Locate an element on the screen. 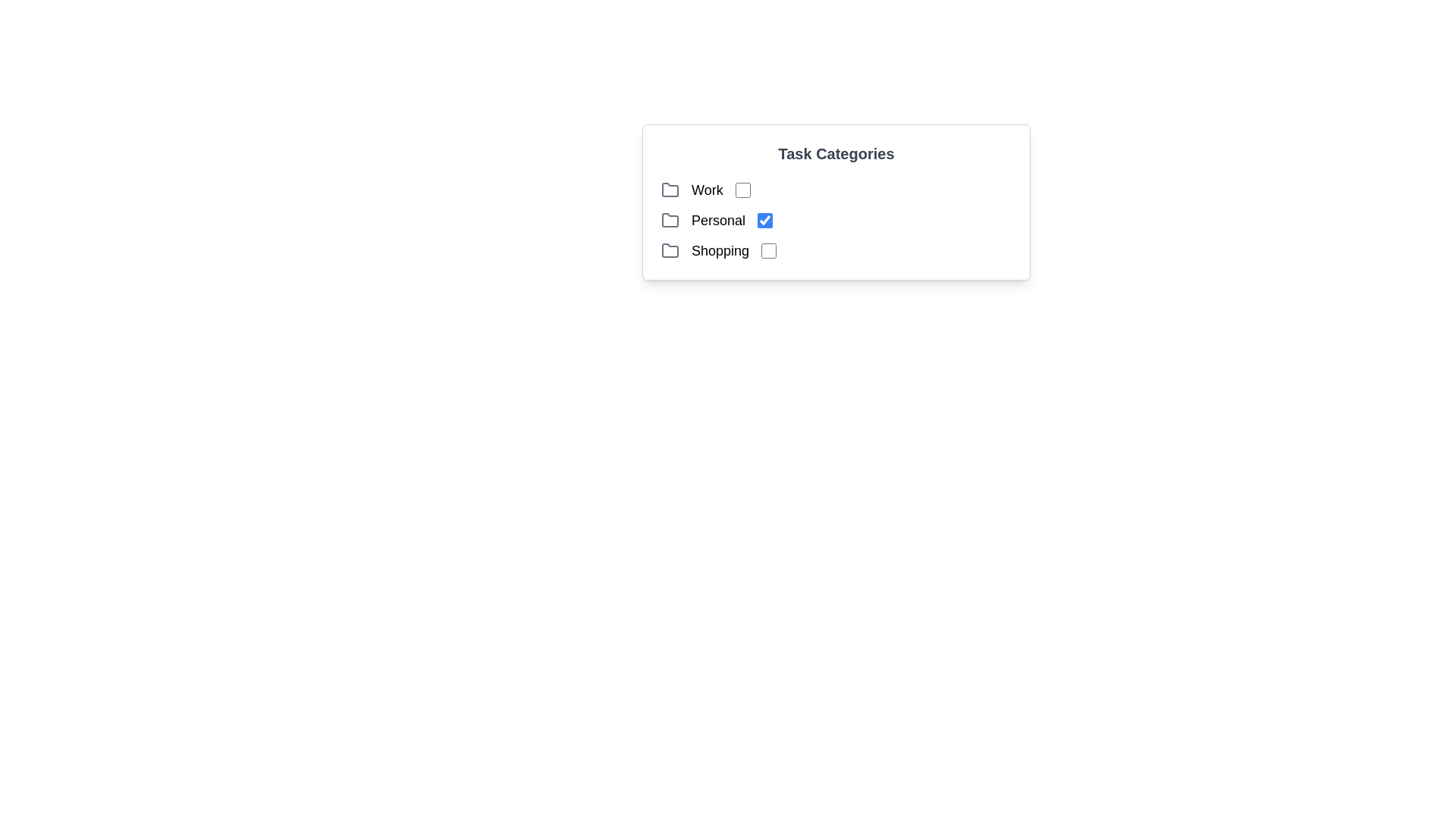 The height and width of the screenshot is (819, 1456). text label displaying 'Personal', which is styled in a larger font size and bold type, positioned between a folder icon and a checkbox in the second row of the 'Task Categories' list is located at coordinates (717, 220).